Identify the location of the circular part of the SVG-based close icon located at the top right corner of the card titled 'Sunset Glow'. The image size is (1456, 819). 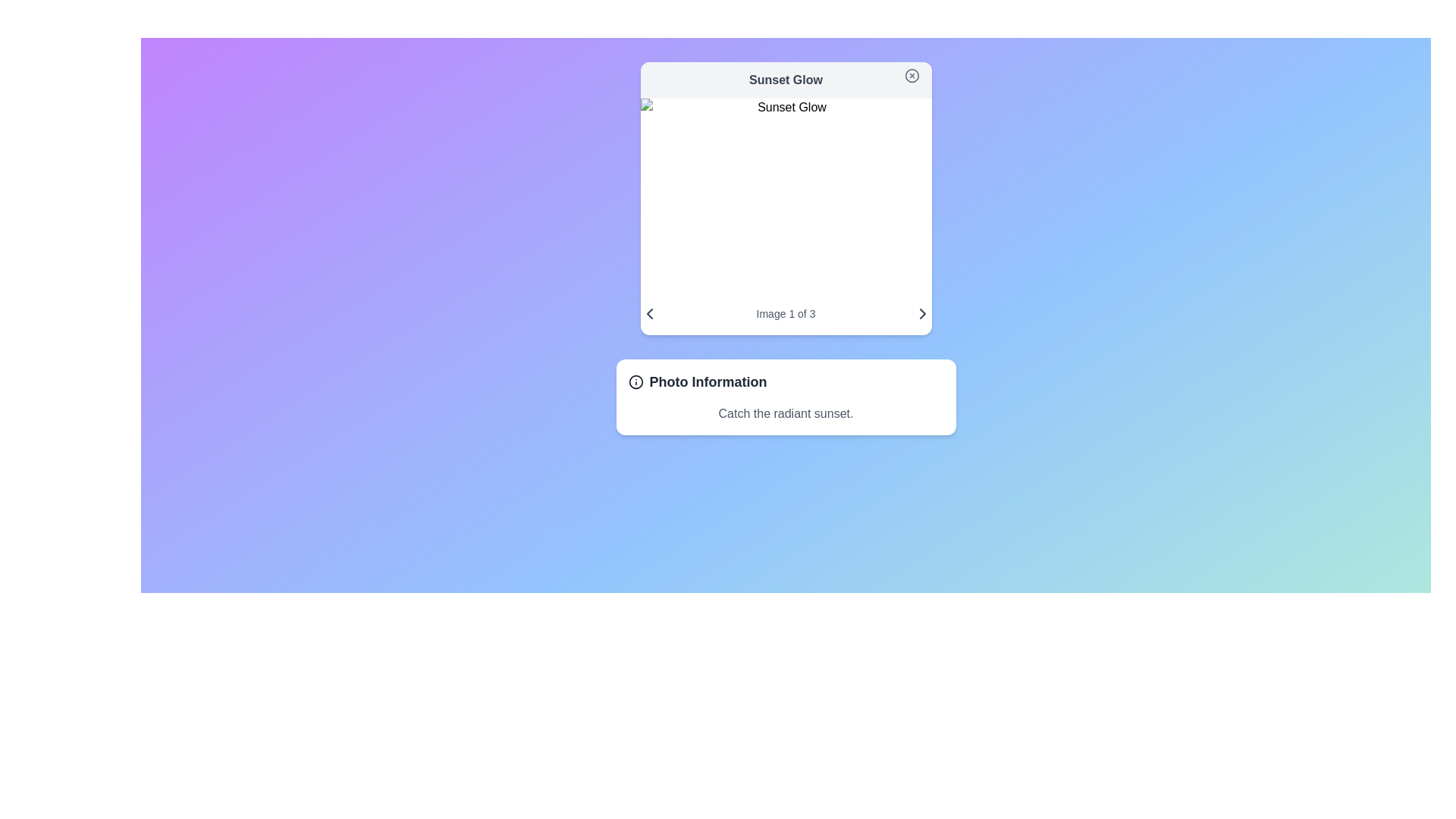
(911, 76).